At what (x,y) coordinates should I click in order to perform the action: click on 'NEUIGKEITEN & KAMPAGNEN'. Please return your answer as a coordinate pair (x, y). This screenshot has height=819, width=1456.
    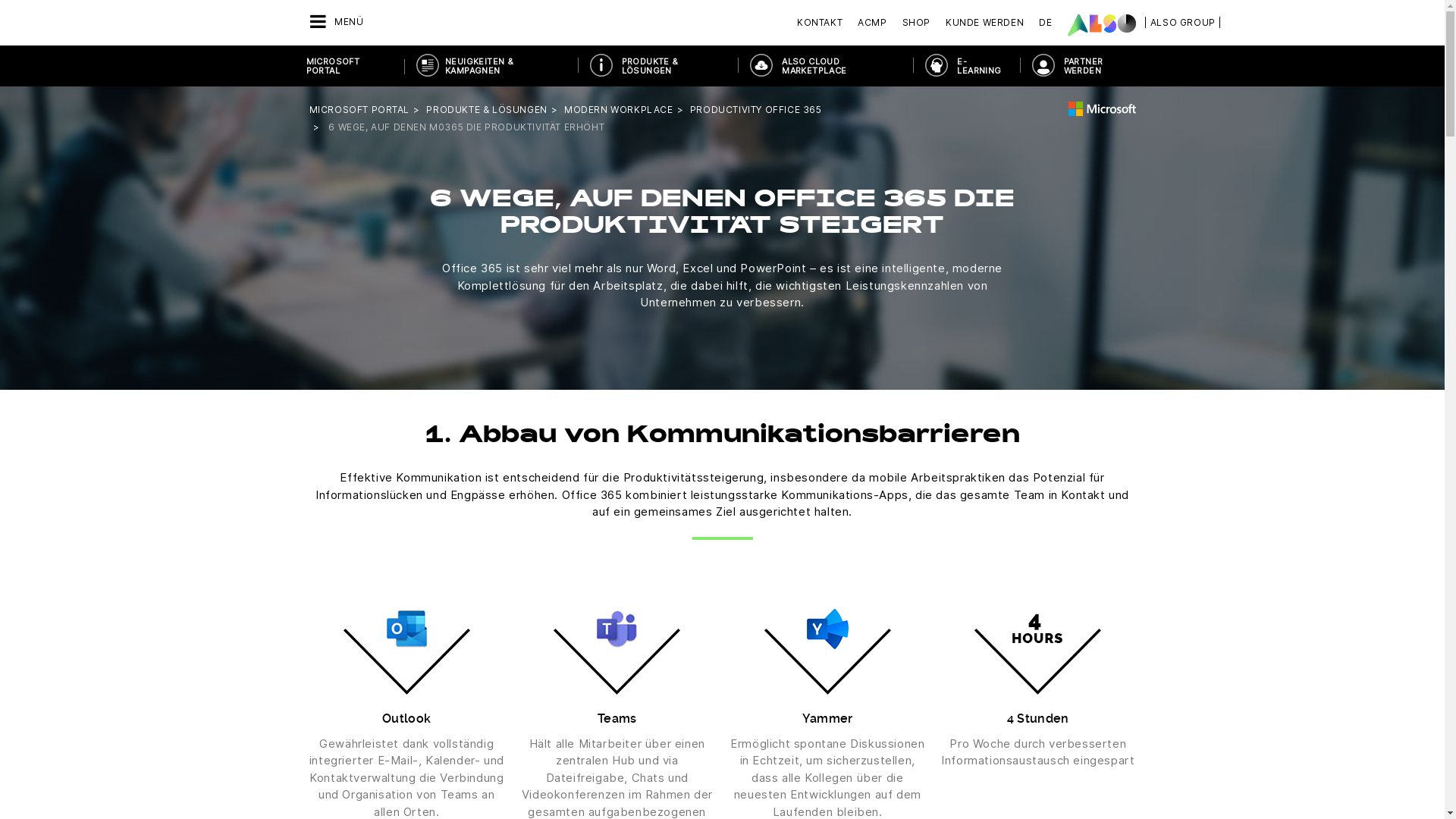
    Looking at the image, I should click on (491, 65).